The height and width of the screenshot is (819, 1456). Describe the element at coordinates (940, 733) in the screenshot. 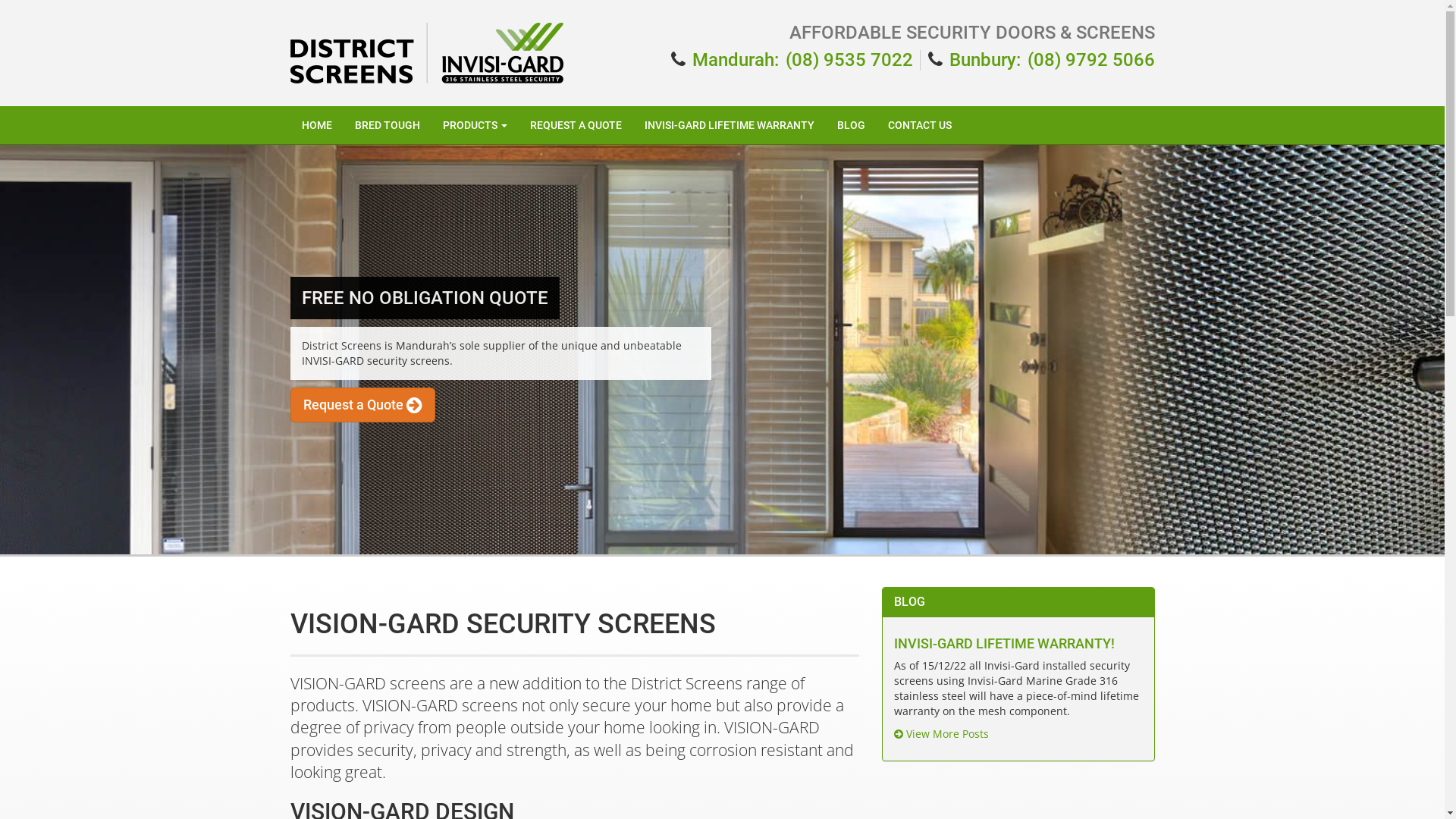

I see `'View More Posts'` at that location.